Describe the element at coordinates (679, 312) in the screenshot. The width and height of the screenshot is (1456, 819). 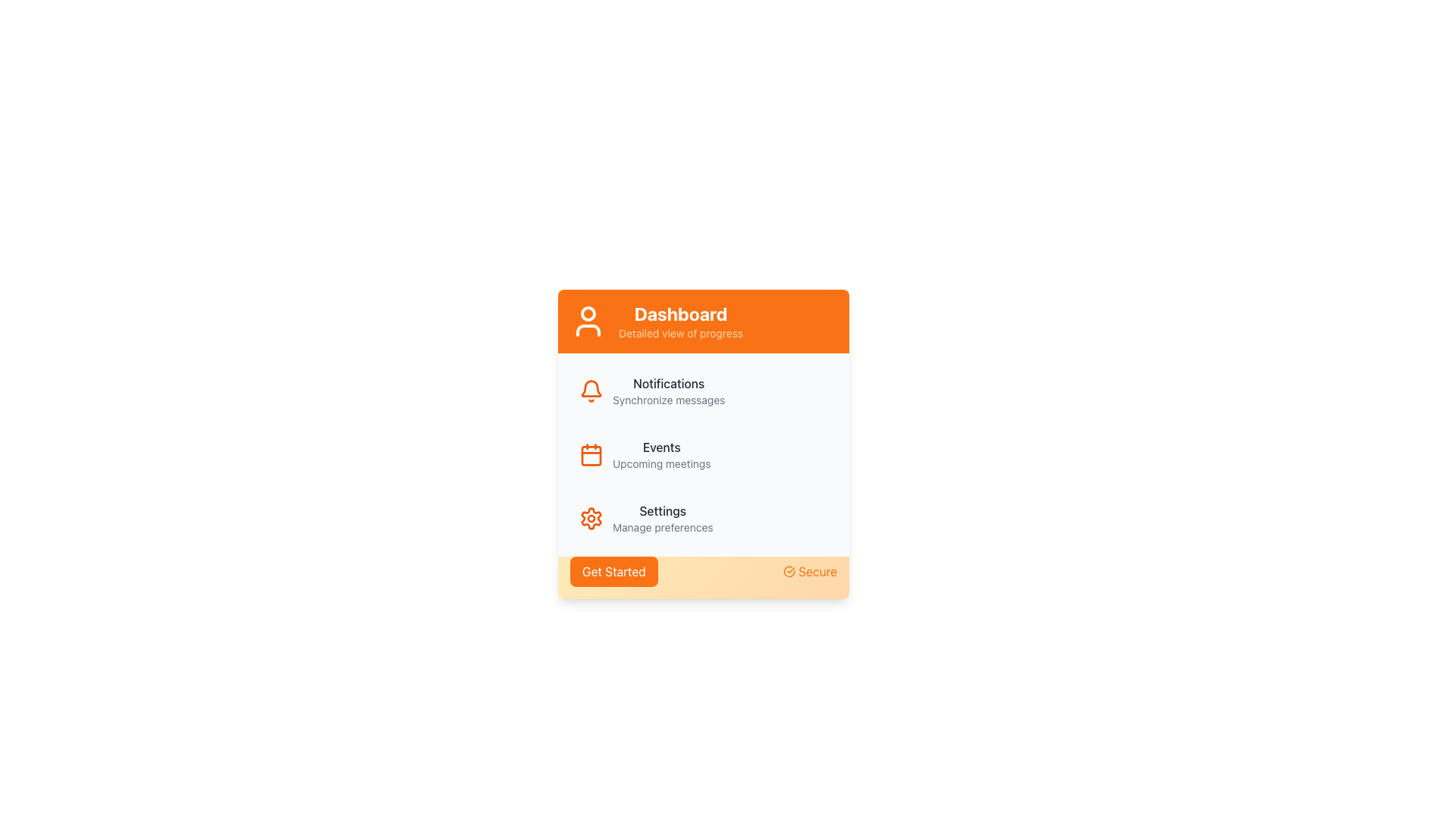
I see `the Text Label that serves as the title for the dashboard card, located at the top-center section of the dashboard component` at that location.